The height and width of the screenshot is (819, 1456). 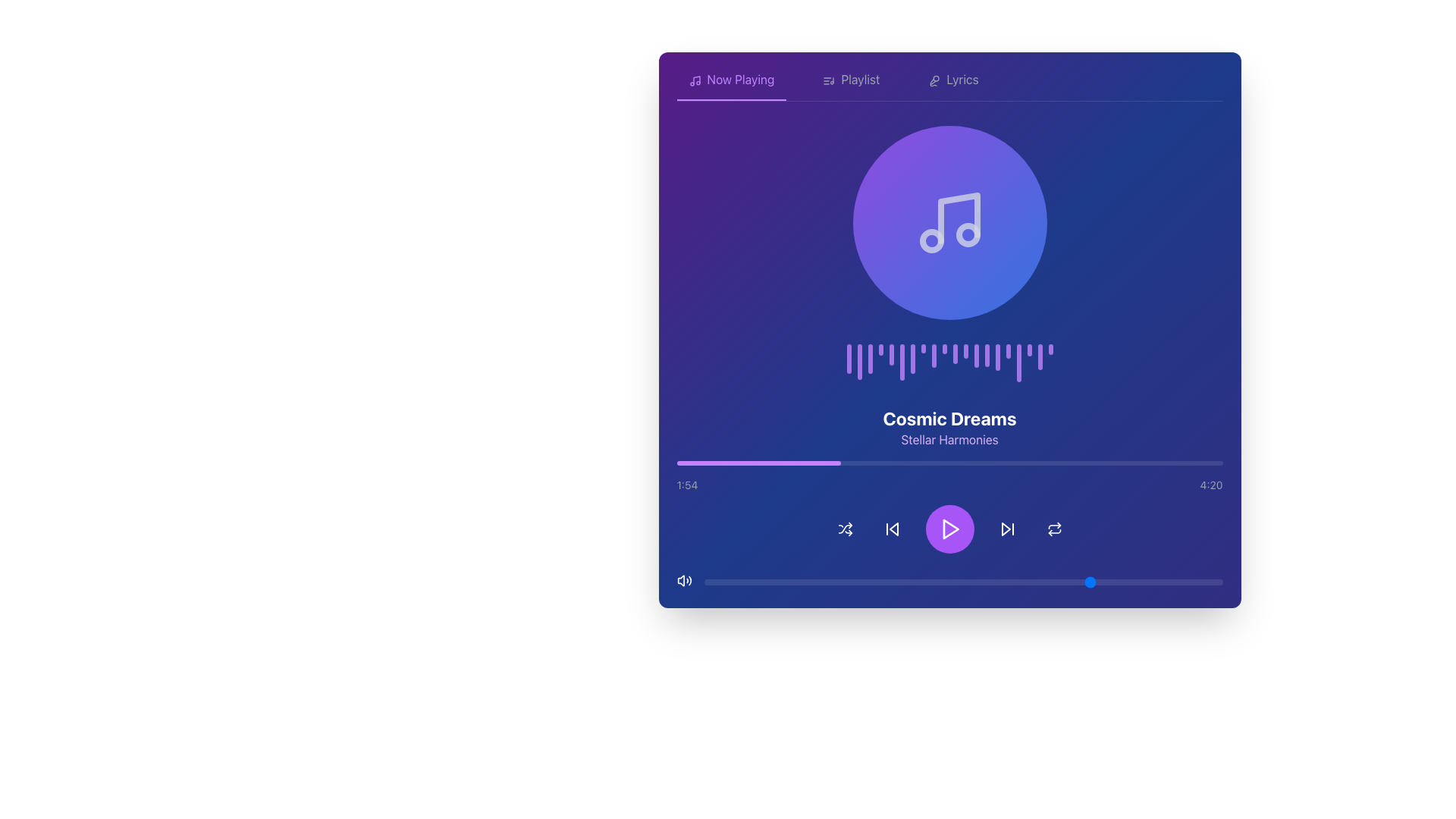 I want to click on the circular purple button with a white play icon at the center of the control bar to play or pause media, so click(x=949, y=529).